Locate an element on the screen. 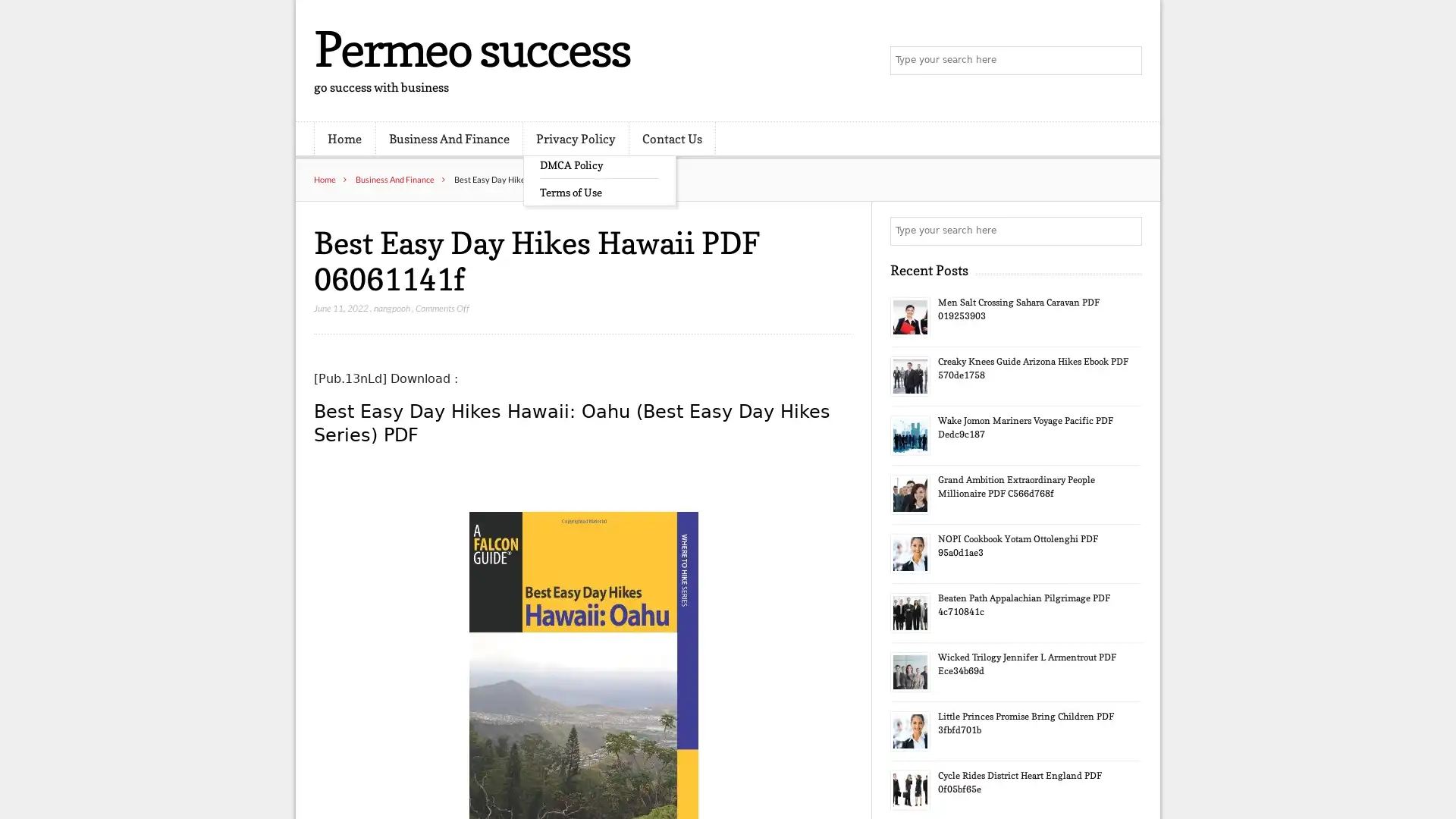  Search is located at coordinates (1126, 231).